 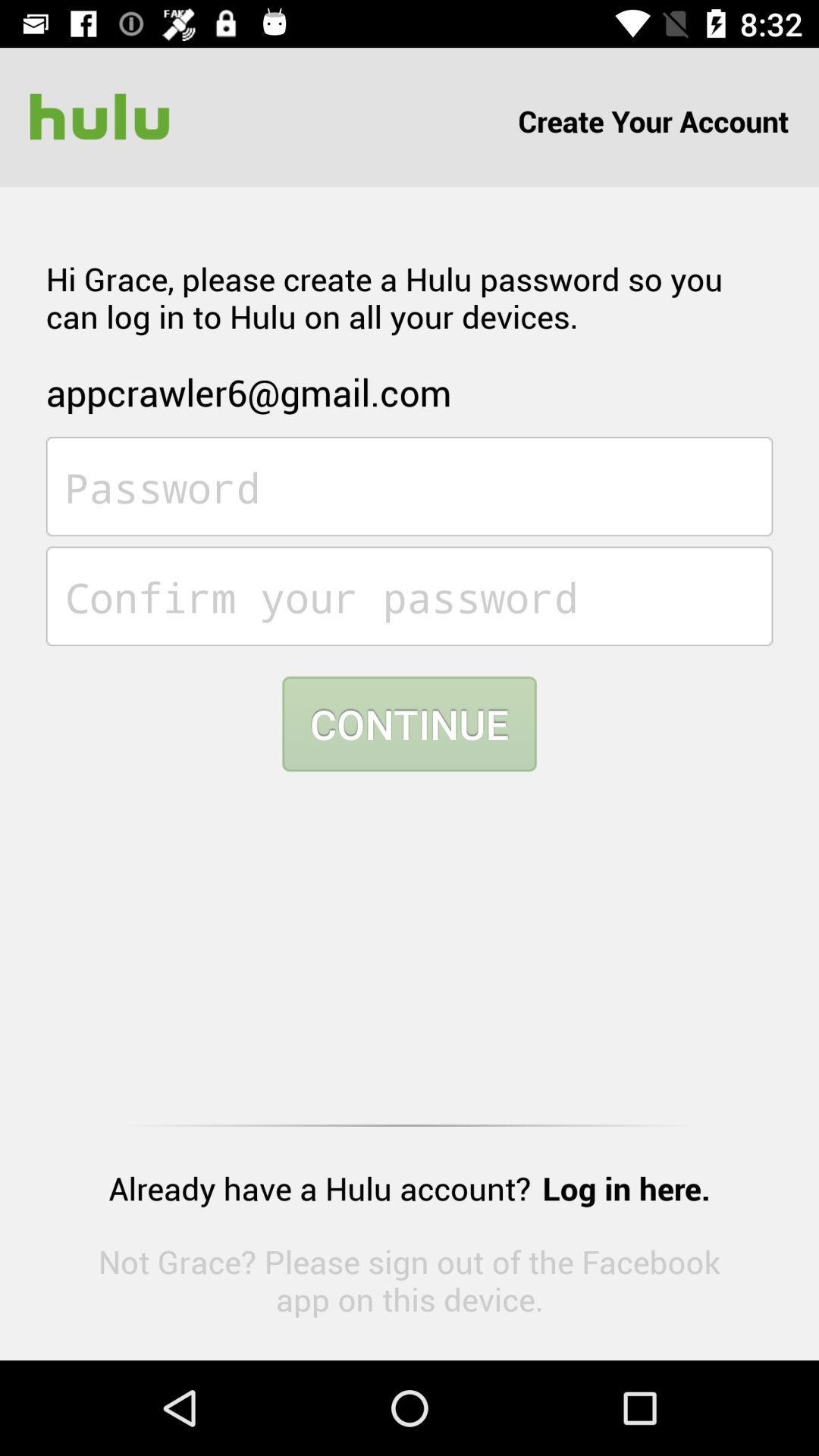 What do you see at coordinates (409, 595) in the screenshot?
I see `re write password exactly as before` at bounding box center [409, 595].